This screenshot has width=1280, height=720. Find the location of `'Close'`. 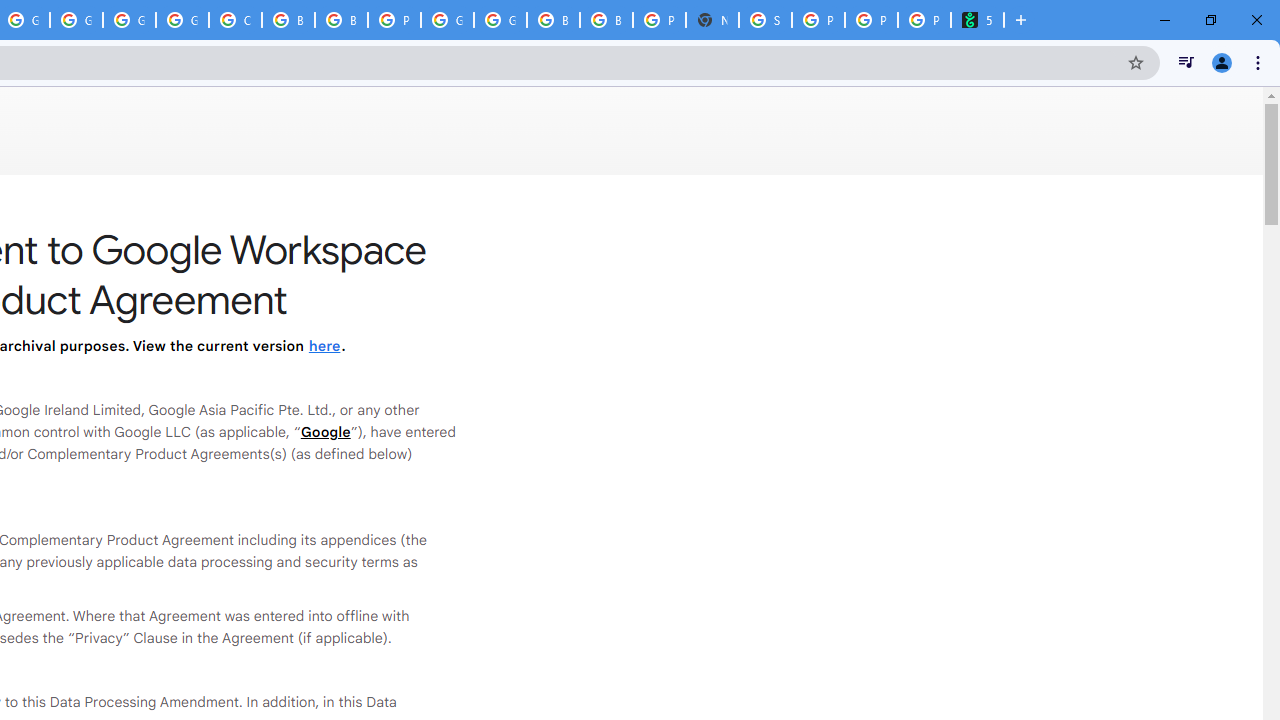

'Close' is located at coordinates (1255, 20).